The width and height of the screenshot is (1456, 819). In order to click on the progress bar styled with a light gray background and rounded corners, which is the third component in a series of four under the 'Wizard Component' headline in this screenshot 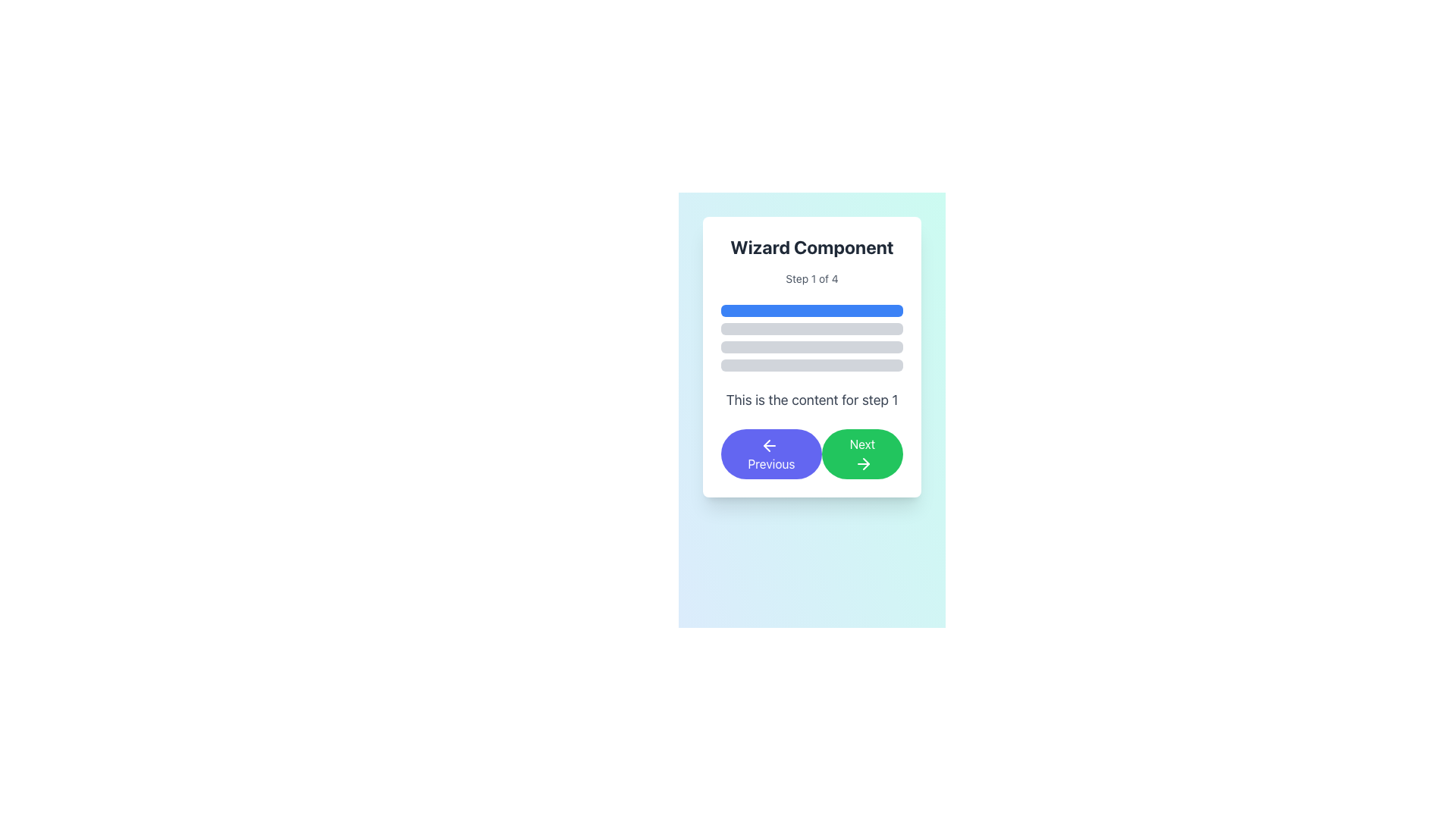, I will do `click(811, 347)`.